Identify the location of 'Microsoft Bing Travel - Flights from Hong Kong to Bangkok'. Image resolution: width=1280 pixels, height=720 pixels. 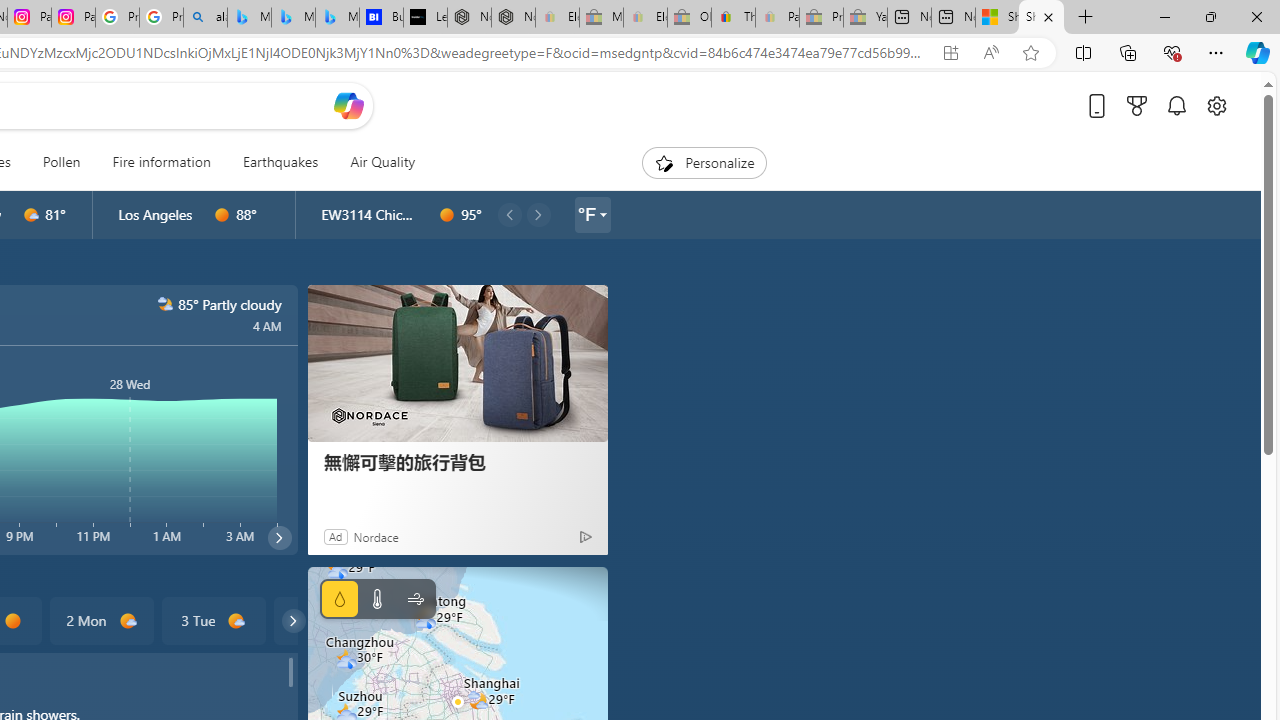
(248, 17).